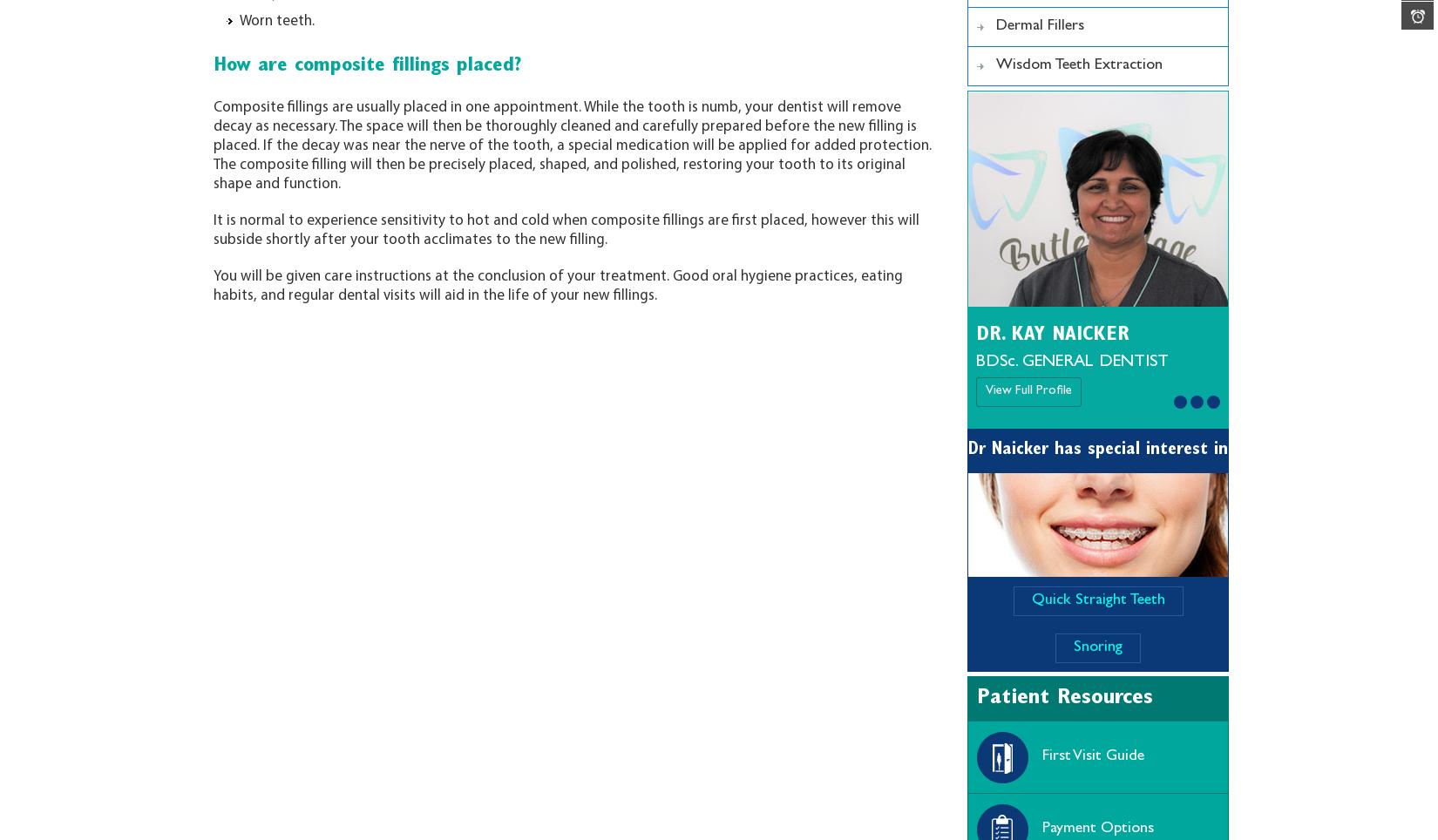 This screenshot has height=840, width=1438. Describe the element at coordinates (572, 145) in the screenshot. I see `'Composite fillings are usually placed in one appointment. While the tooth is numb, your dentist will remove decay as necessary. The space will then be thoroughly cleaned and carefully prepared before the new filling is placed. If the decay was near the nerve of the tooth, a special medication will be applied for added protection. The composite filling will then be precisely placed, shaped, and polished, restoring your tooth to its original shape and function.'` at that location.